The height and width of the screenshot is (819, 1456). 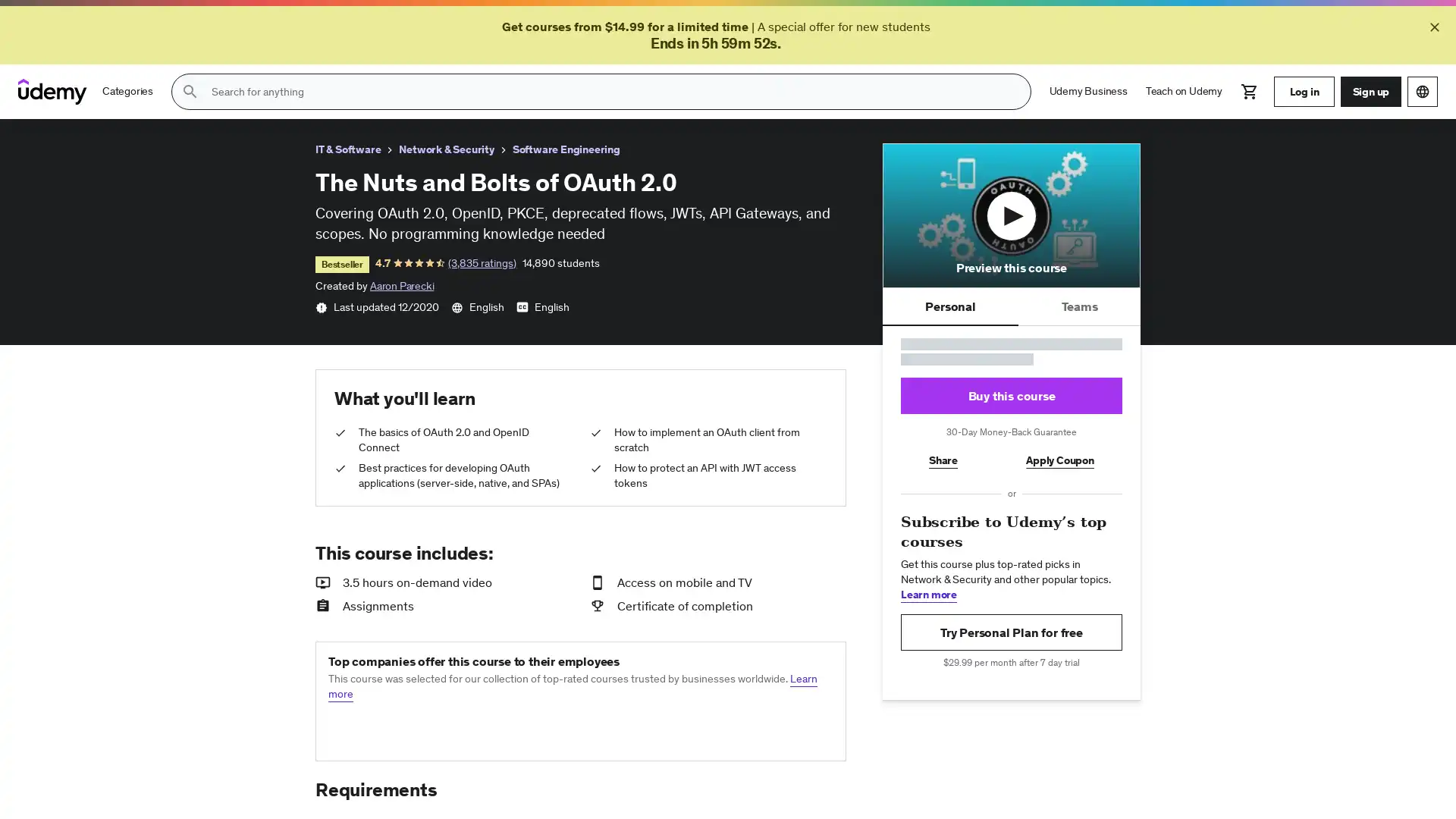 What do you see at coordinates (1012, 215) in the screenshot?
I see `Play course preview` at bounding box center [1012, 215].